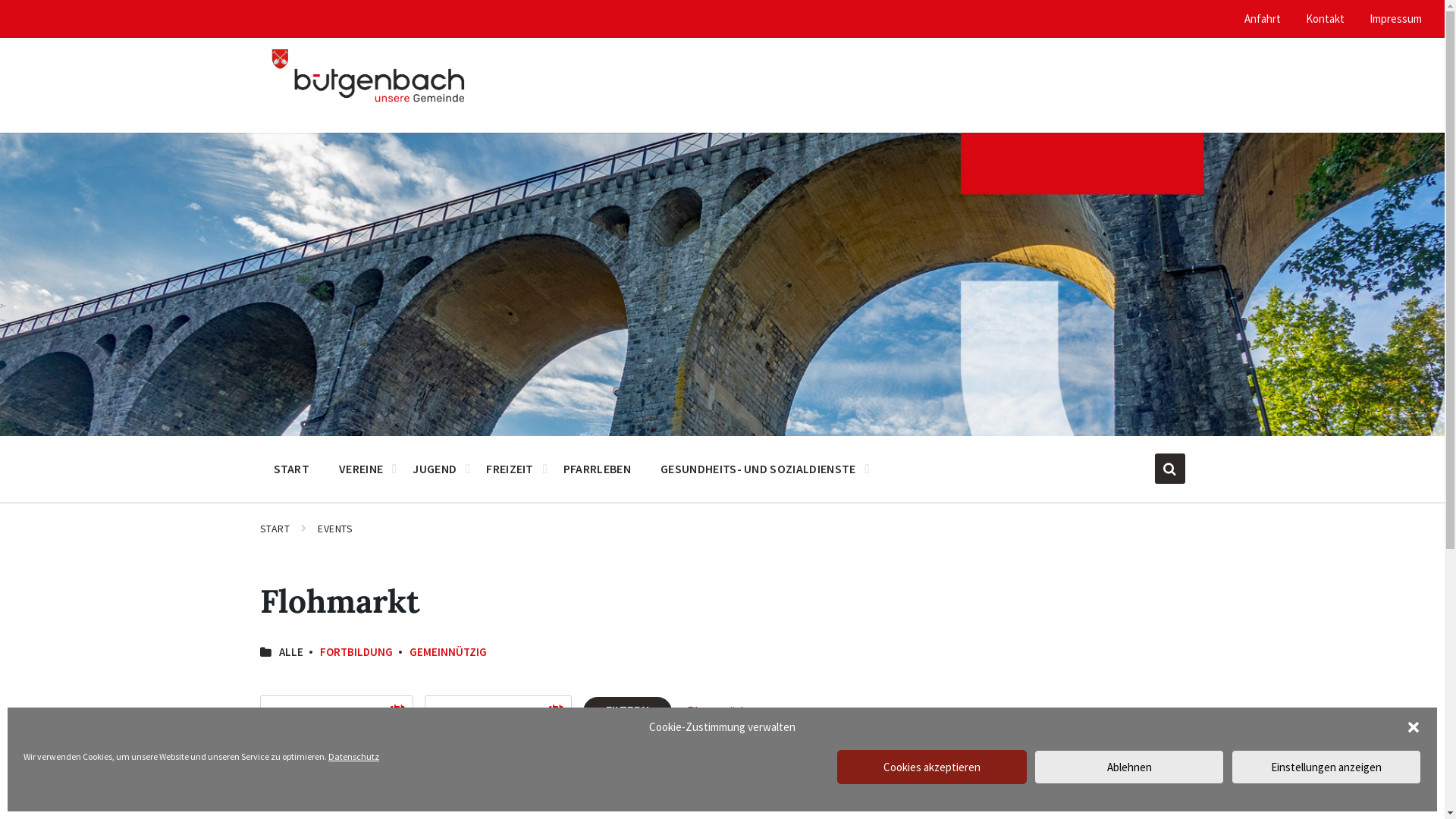 The height and width of the screenshot is (819, 1456). I want to click on 'Datenschutz', so click(353, 756).